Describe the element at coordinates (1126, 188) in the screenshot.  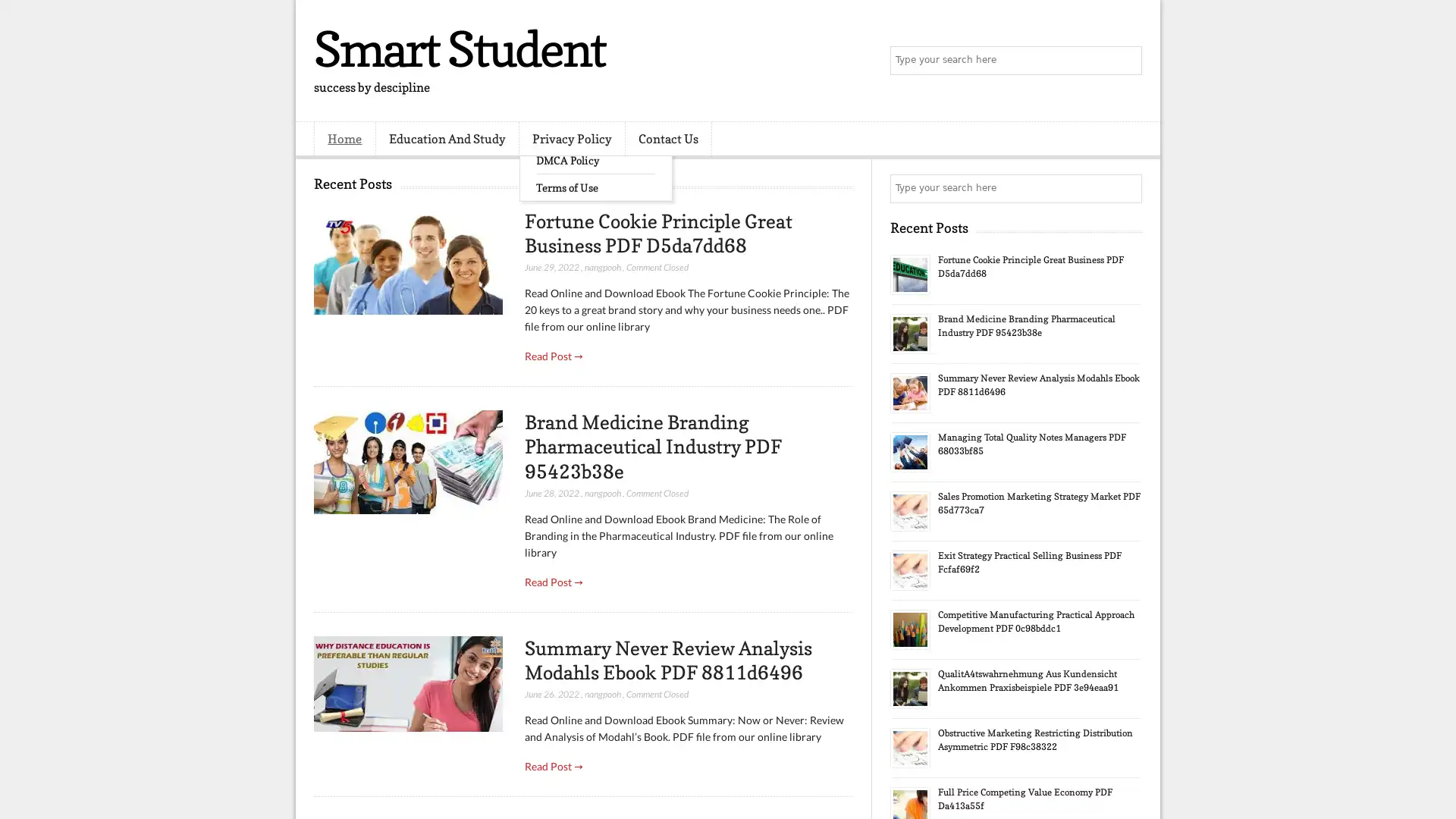
I see `Search` at that location.